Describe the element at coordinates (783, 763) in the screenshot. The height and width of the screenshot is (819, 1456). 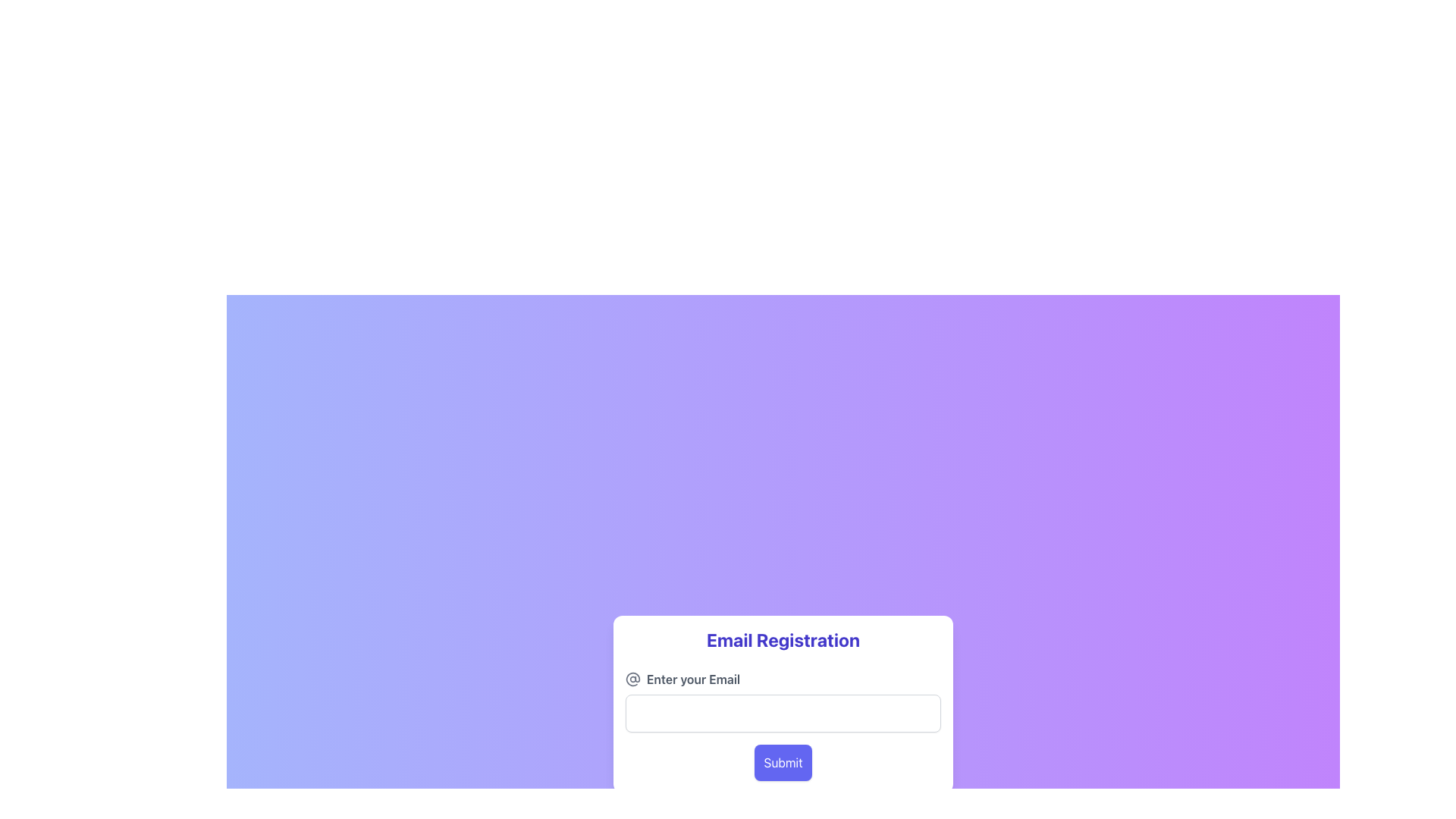
I see `the 'Submit' button with an indigo background` at that location.